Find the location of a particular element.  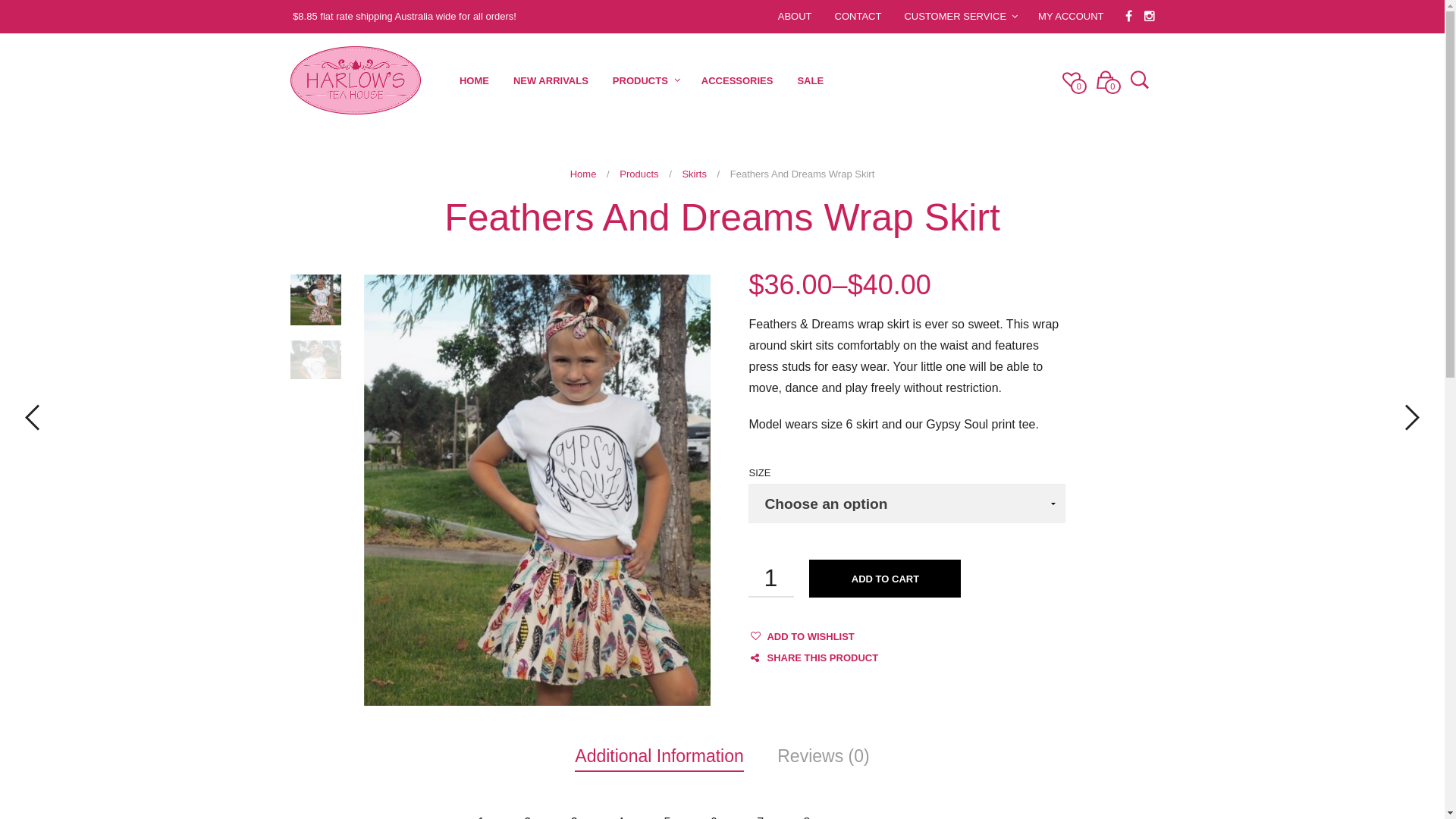

'SALE' is located at coordinates (785, 80).